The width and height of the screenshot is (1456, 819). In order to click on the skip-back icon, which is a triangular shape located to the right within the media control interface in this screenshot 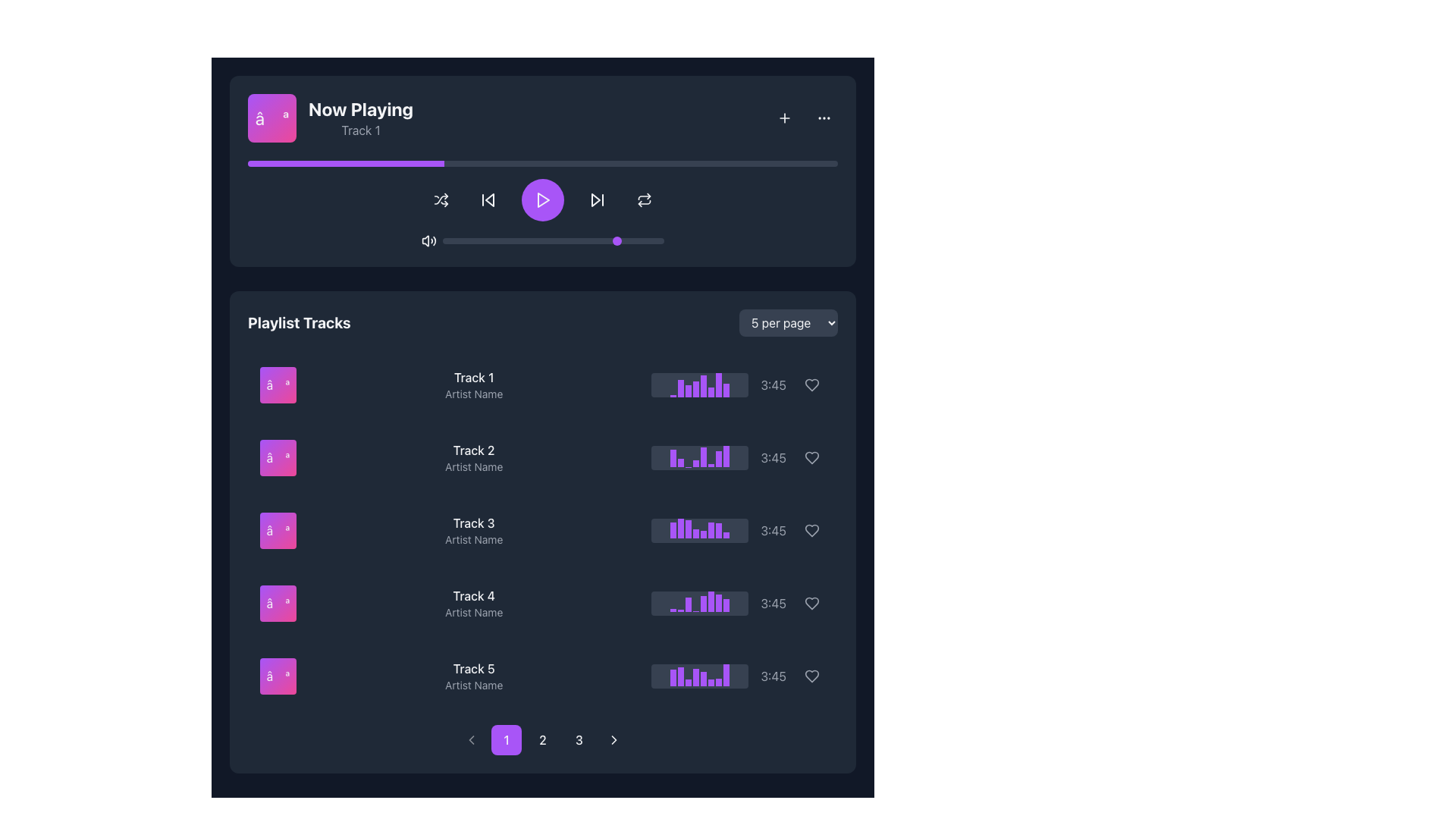, I will do `click(490, 199)`.